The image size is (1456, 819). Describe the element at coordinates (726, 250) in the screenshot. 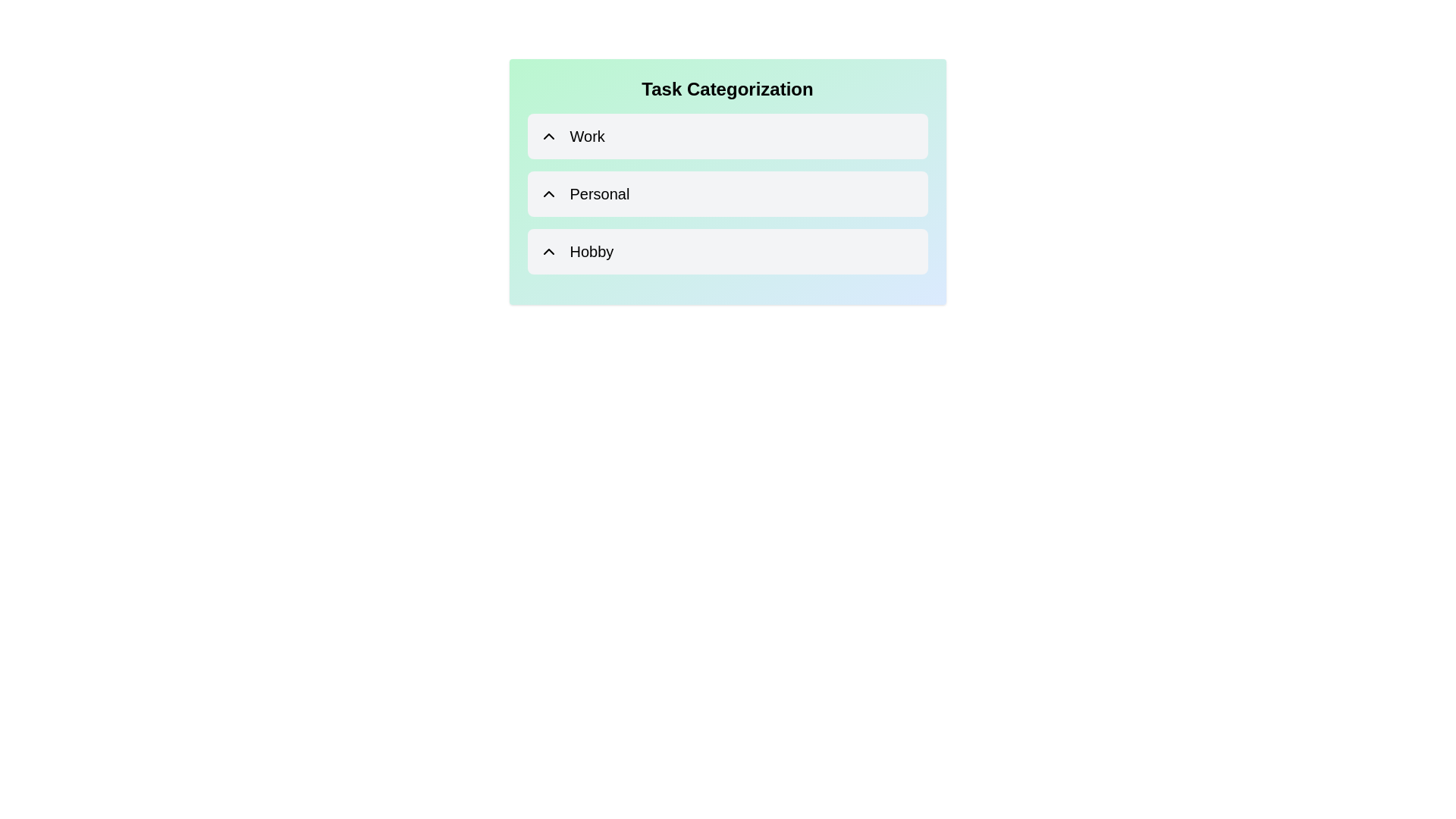

I see `the category Hobby to select it` at that location.